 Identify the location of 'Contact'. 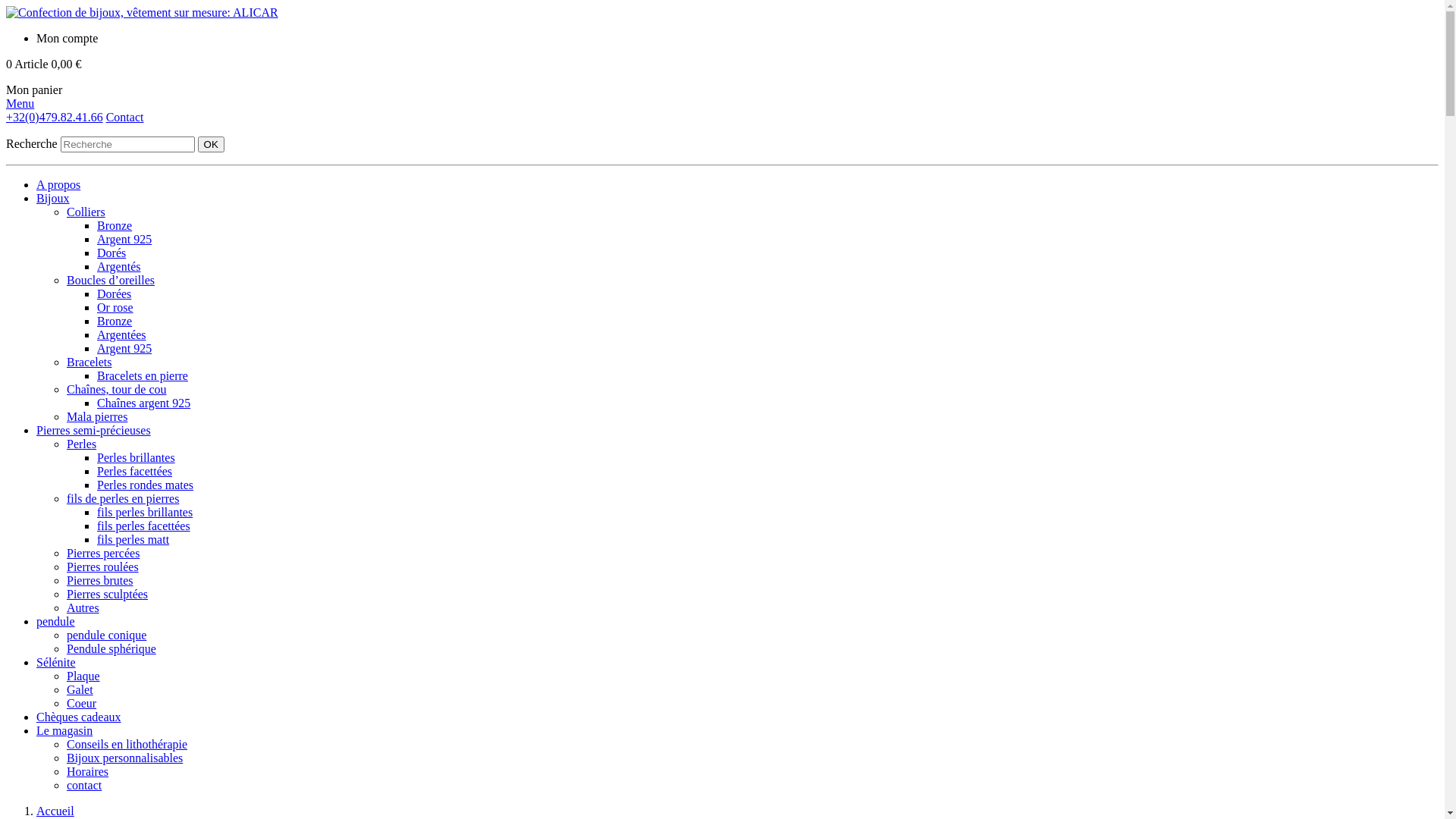
(105, 116).